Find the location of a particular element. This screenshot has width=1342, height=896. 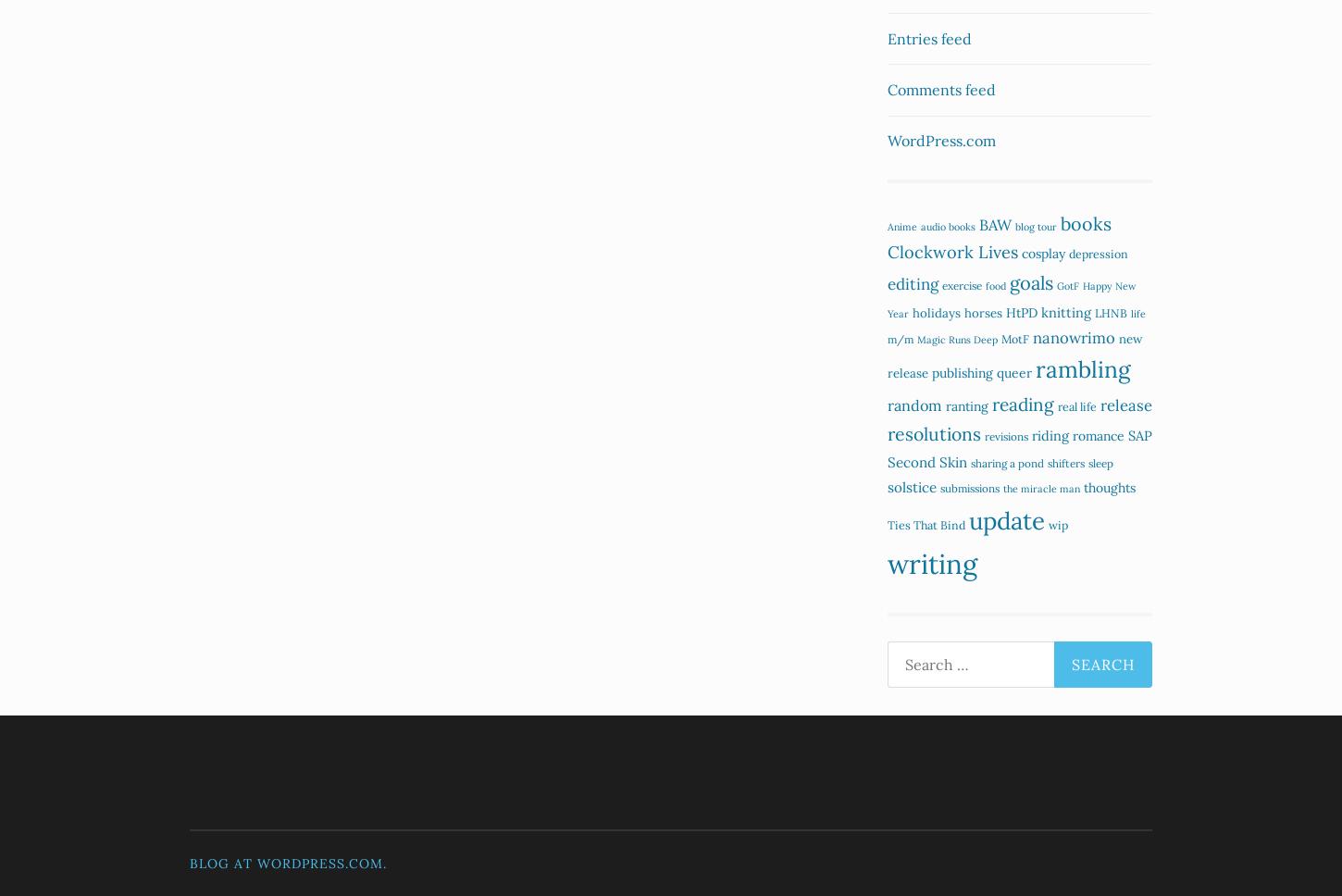

'blog tour' is located at coordinates (1035, 226).